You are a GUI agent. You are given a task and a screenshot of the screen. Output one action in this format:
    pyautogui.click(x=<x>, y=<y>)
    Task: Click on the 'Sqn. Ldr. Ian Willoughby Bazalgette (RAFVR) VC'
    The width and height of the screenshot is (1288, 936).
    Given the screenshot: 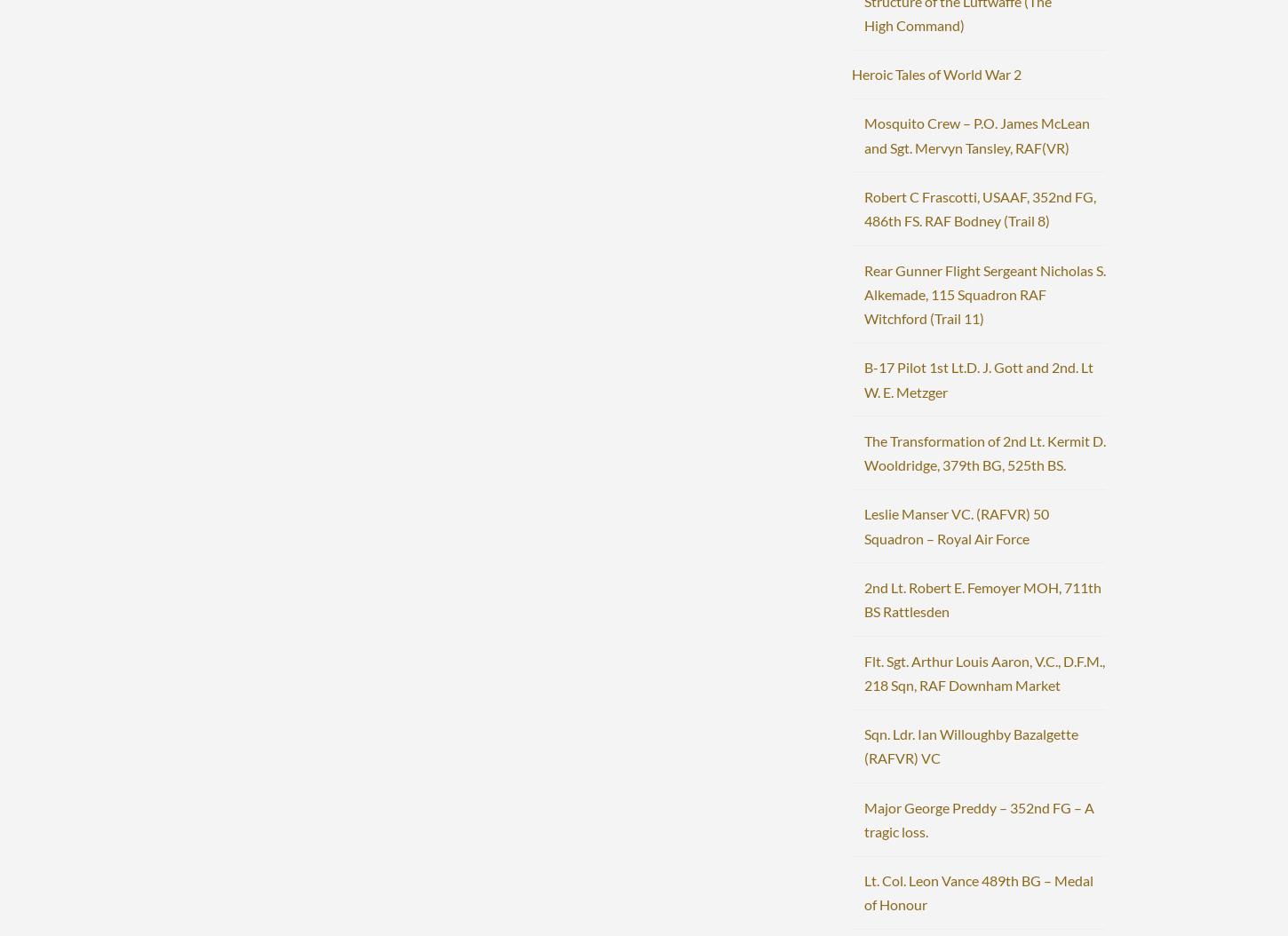 What is the action you would take?
    pyautogui.click(x=863, y=745)
    